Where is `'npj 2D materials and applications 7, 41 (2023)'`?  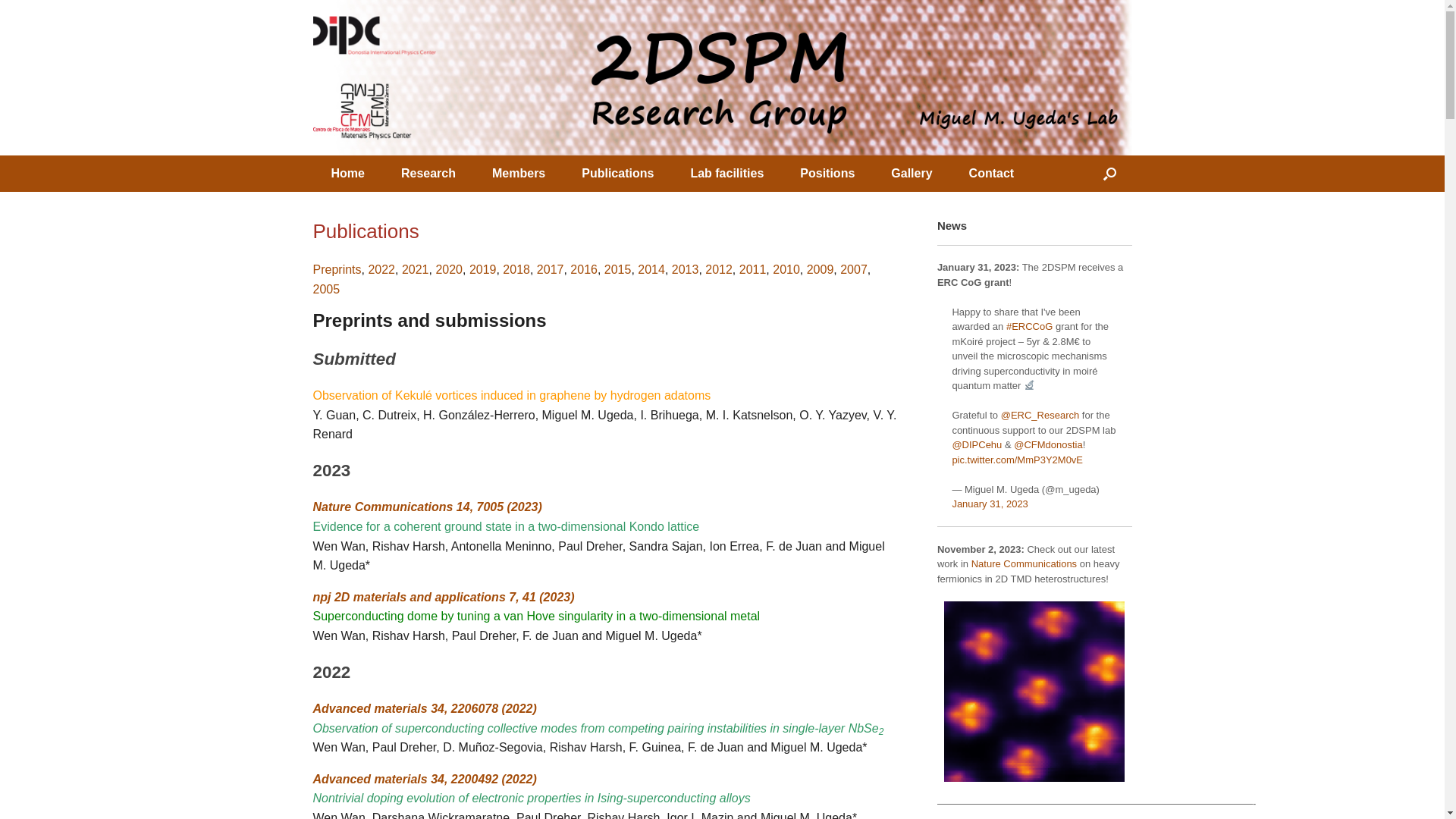
'npj 2D materials and applications 7, 41 (2023)' is located at coordinates (442, 596).